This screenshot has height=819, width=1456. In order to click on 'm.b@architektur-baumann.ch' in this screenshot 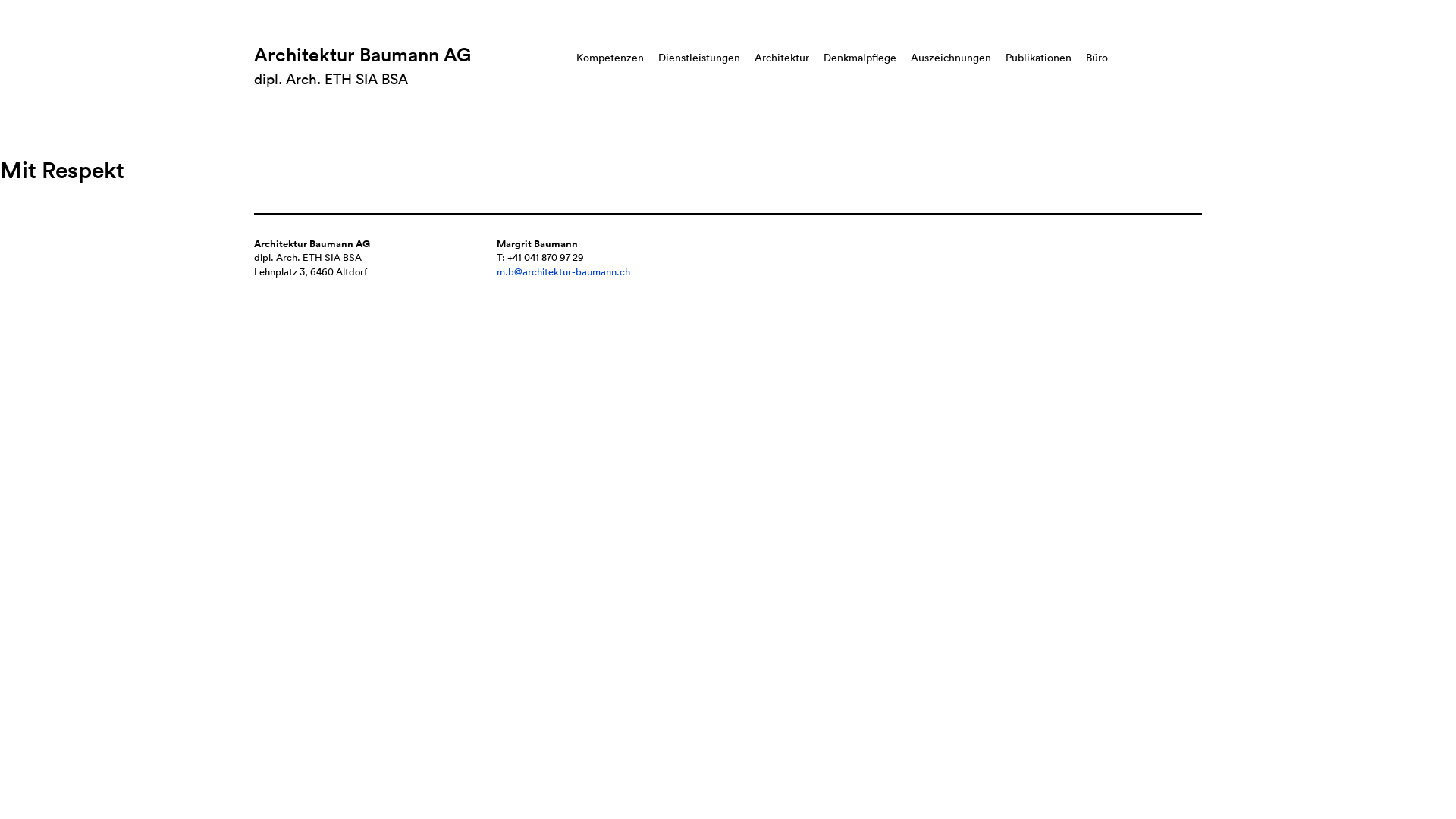, I will do `click(563, 271)`.